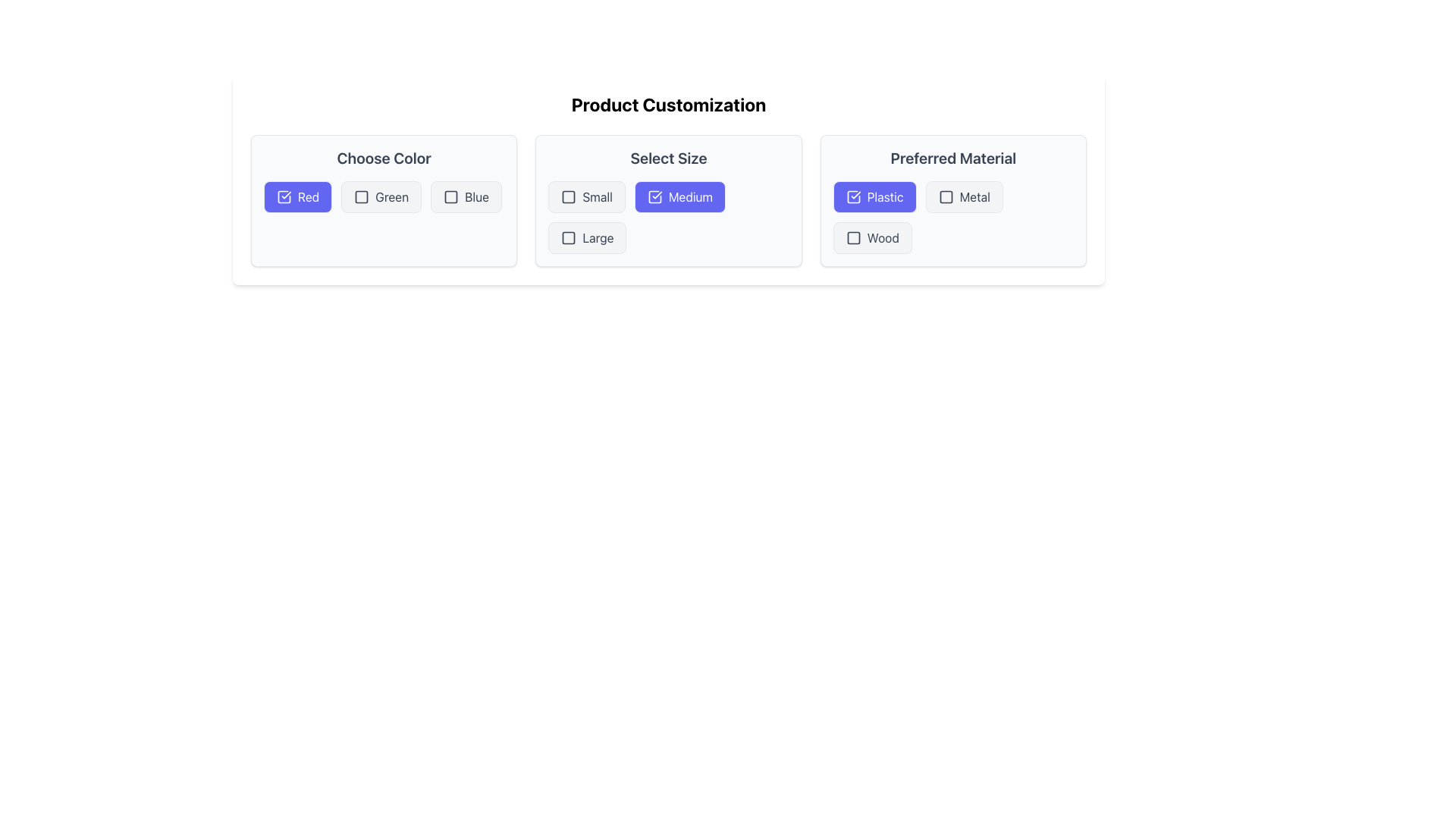 The image size is (1456, 819). I want to click on the 'Medium' size selection button, so click(668, 217).